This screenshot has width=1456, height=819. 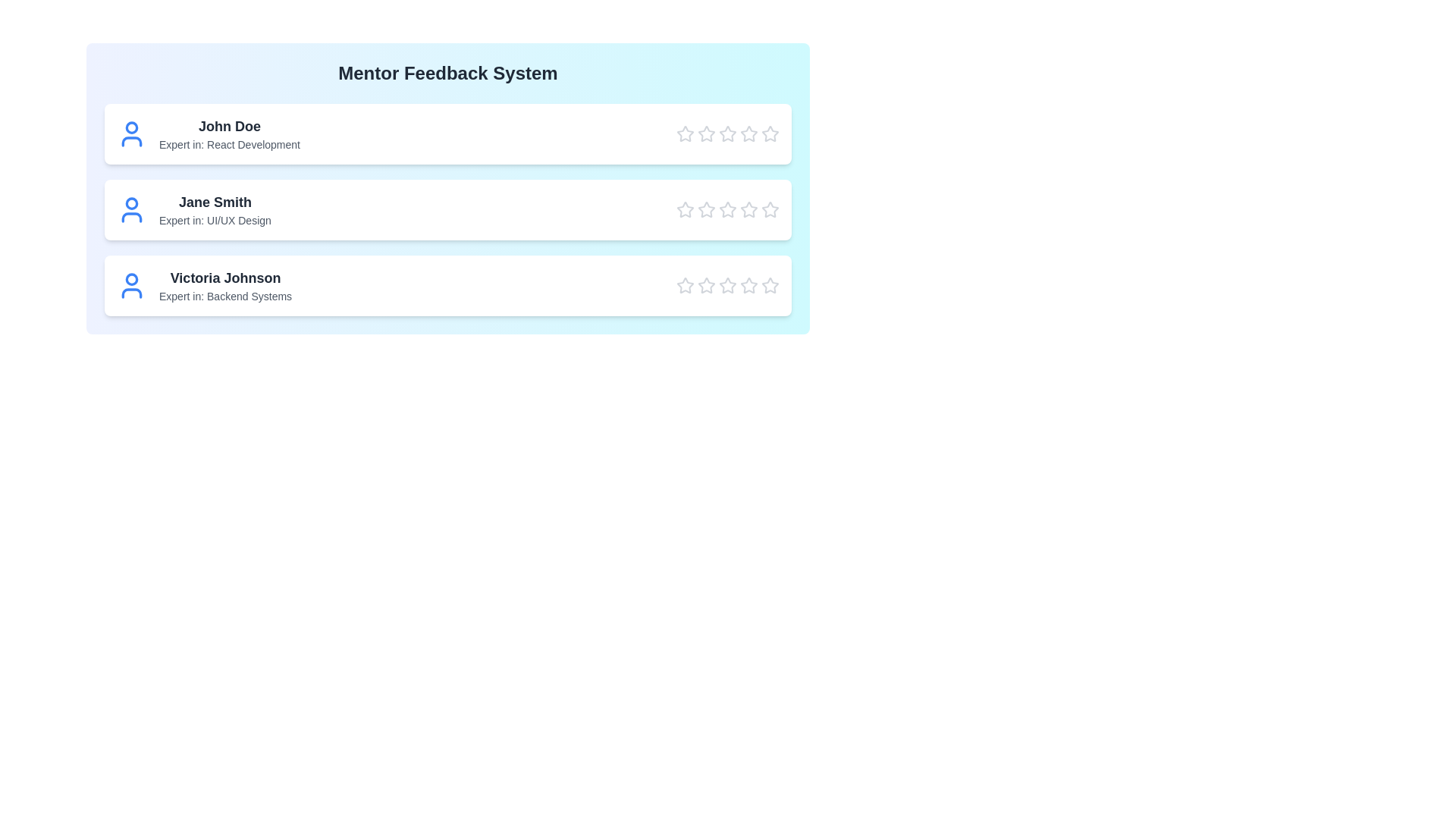 What do you see at coordinates (224, 278) in the screenshot?
I see `the mentor's profile area to view their details. The parameter Victoria Johnson determines which mentor's profile is clicked` at bounding box center [224, 278].